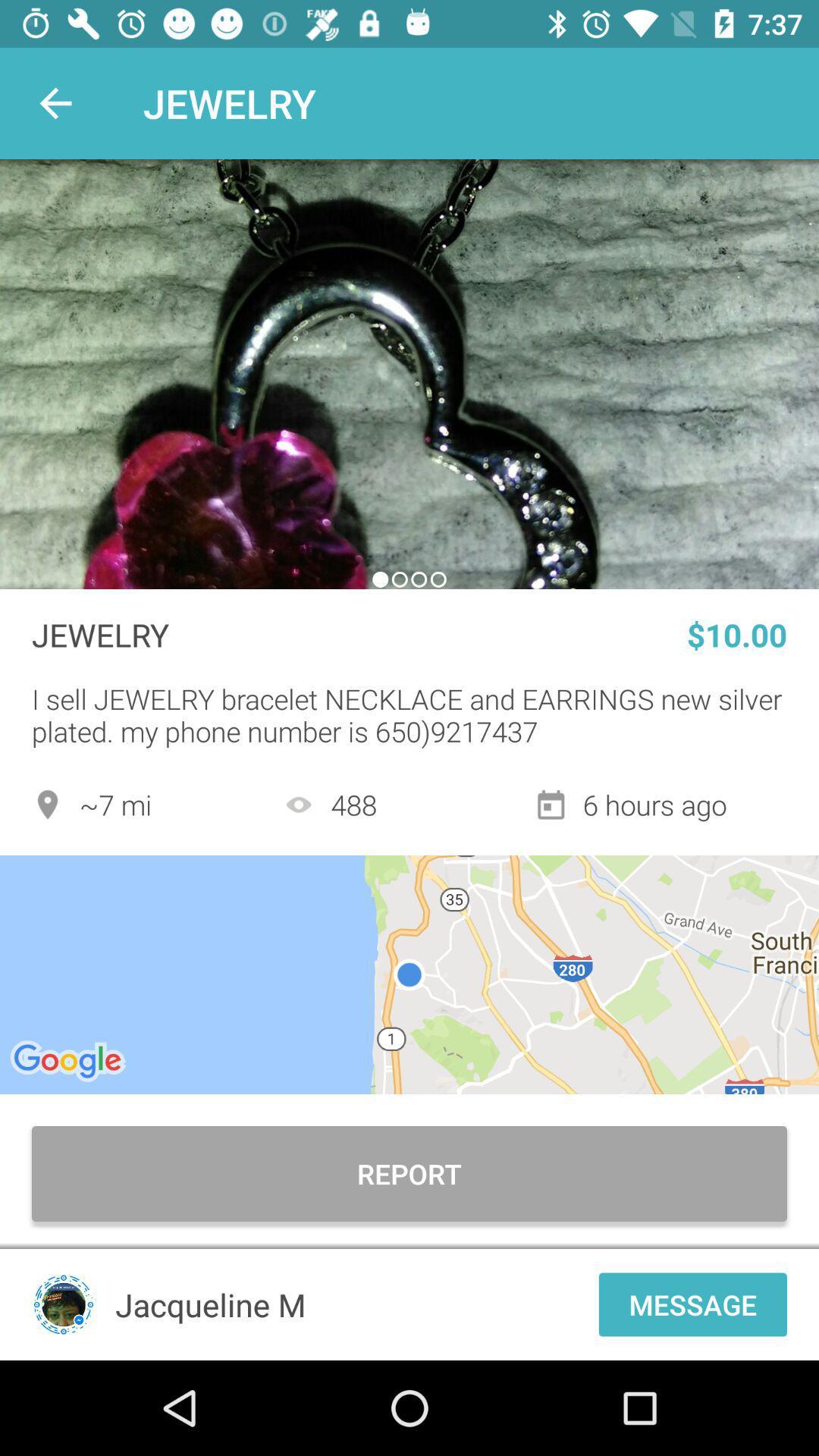  What do you see at coordinates (692, 1304) in the screenshot?
I see `the icon next to the jacqueline m` at bounding box center [692, 1304].